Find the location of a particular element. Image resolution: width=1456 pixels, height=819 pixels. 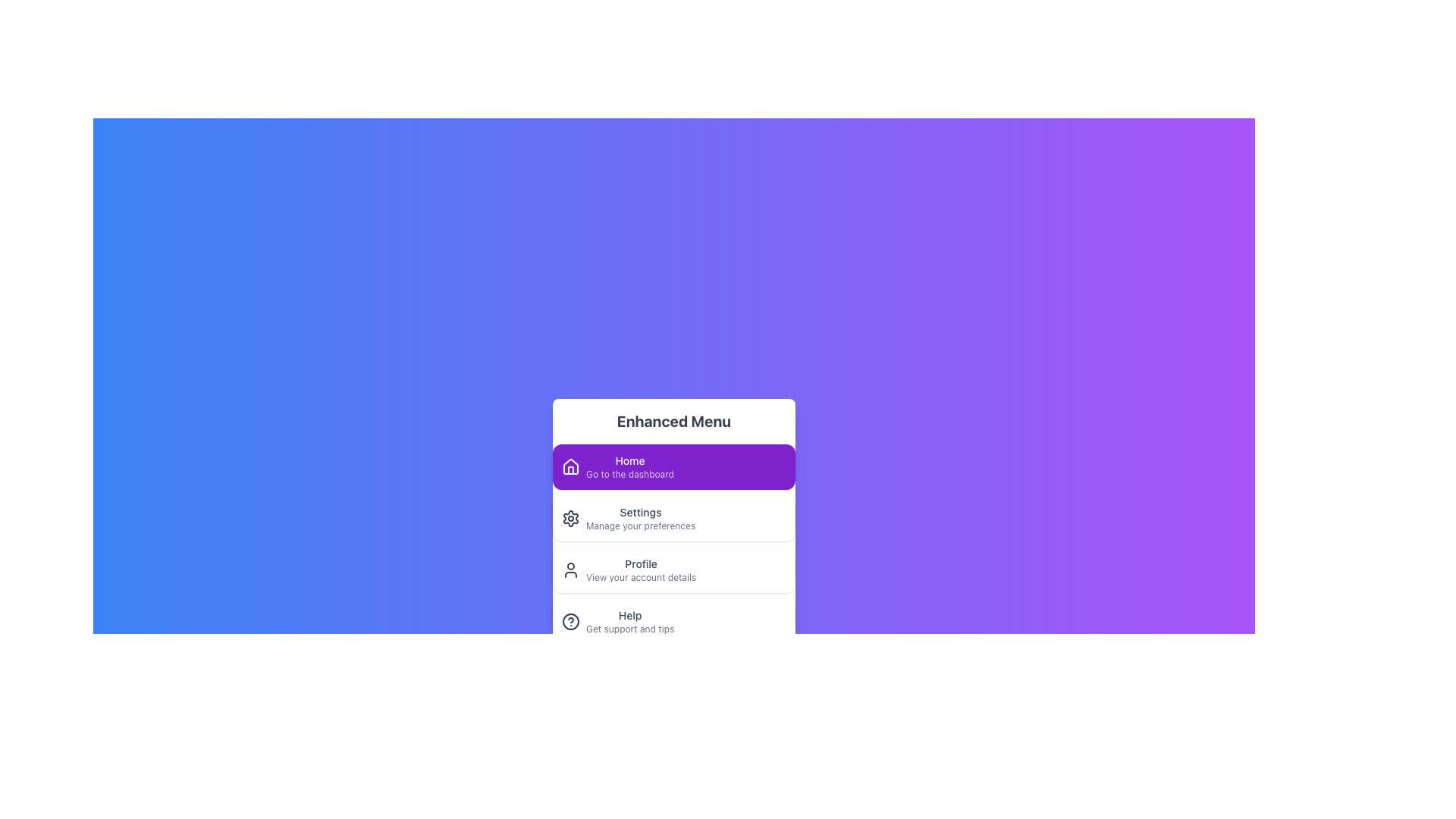

the 'Settings' title label located in the 'Enhanced Menu' section, under the 'Home' menu option is located at coordinates (641, 512).